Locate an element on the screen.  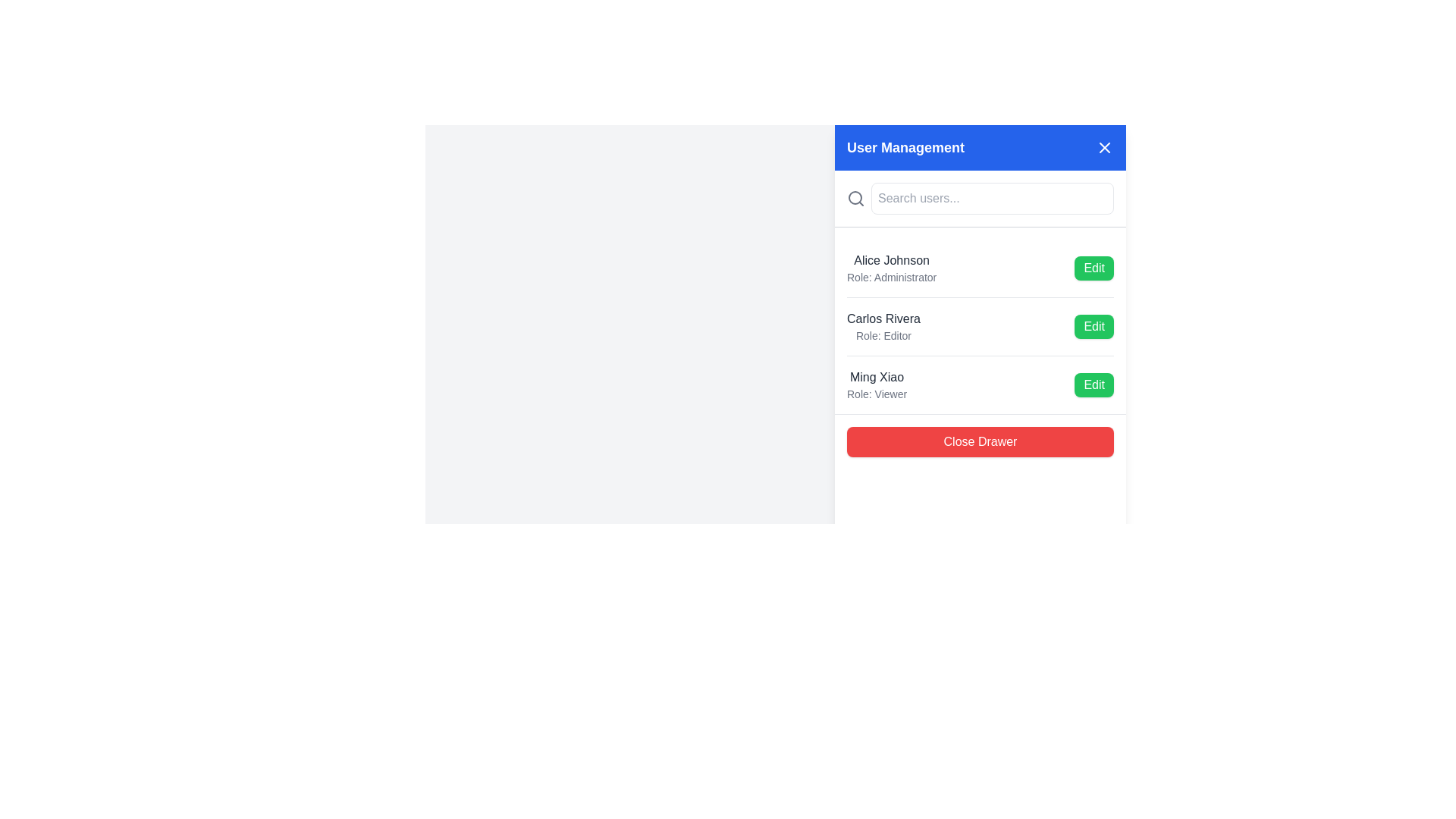
the 'edit' button for the user 'Ming Xiao' to initiate editing of their role or details is located at coordinates (1094, 384).